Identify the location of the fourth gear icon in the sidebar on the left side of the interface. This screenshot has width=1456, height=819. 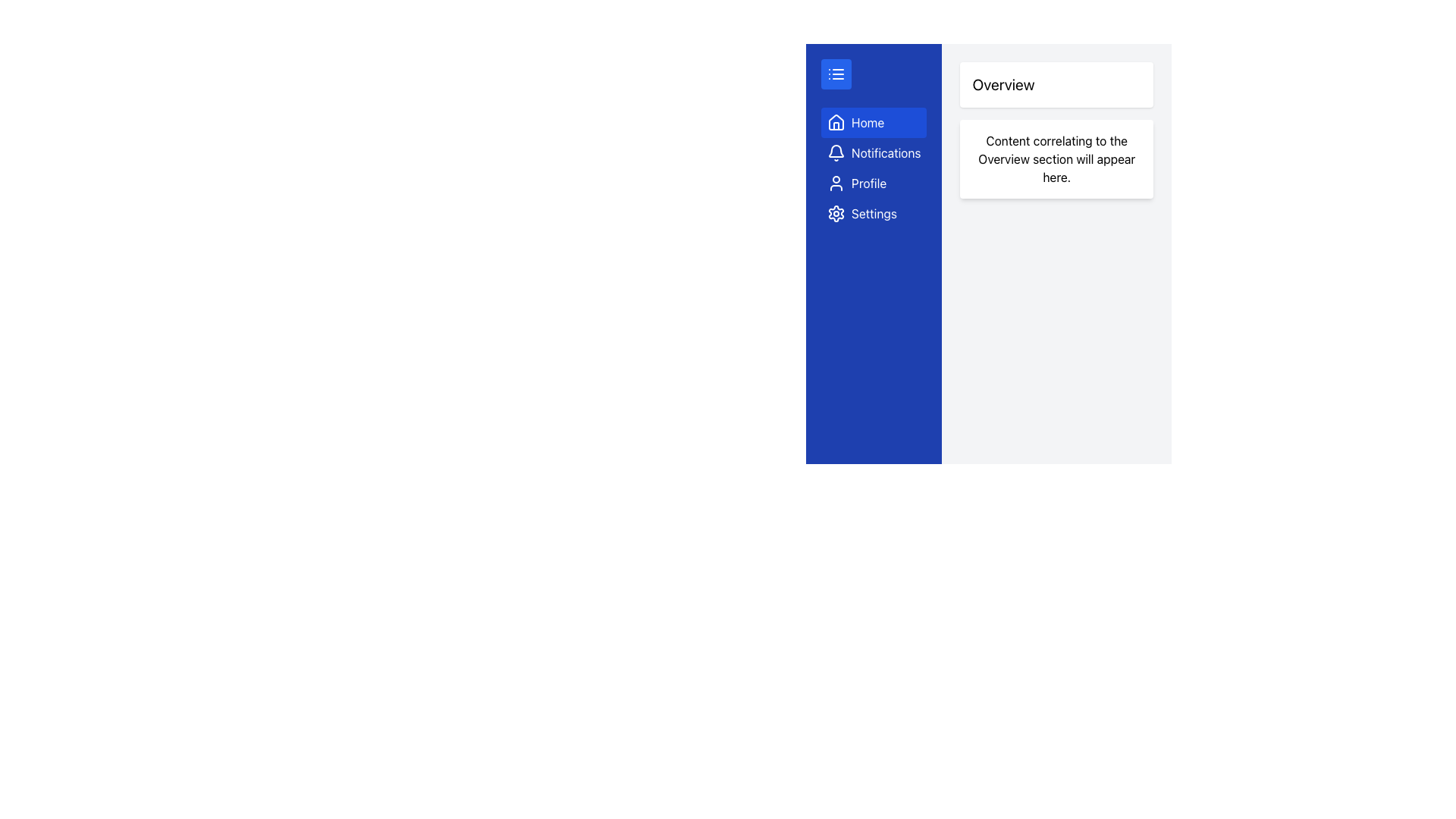
(836, 213).